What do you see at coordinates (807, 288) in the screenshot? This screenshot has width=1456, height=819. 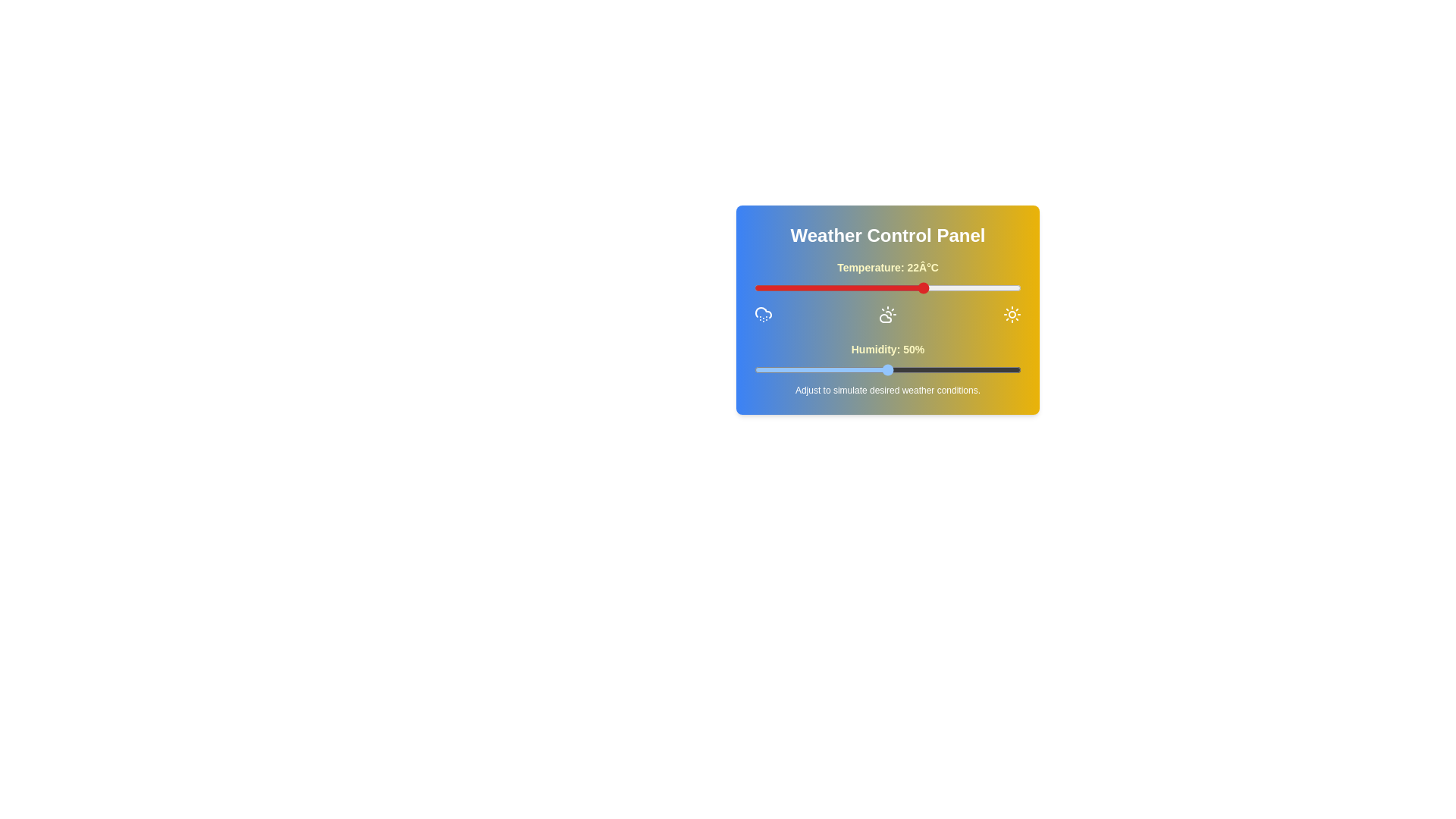 I see `the temperature` at bounding box center [807, 288].